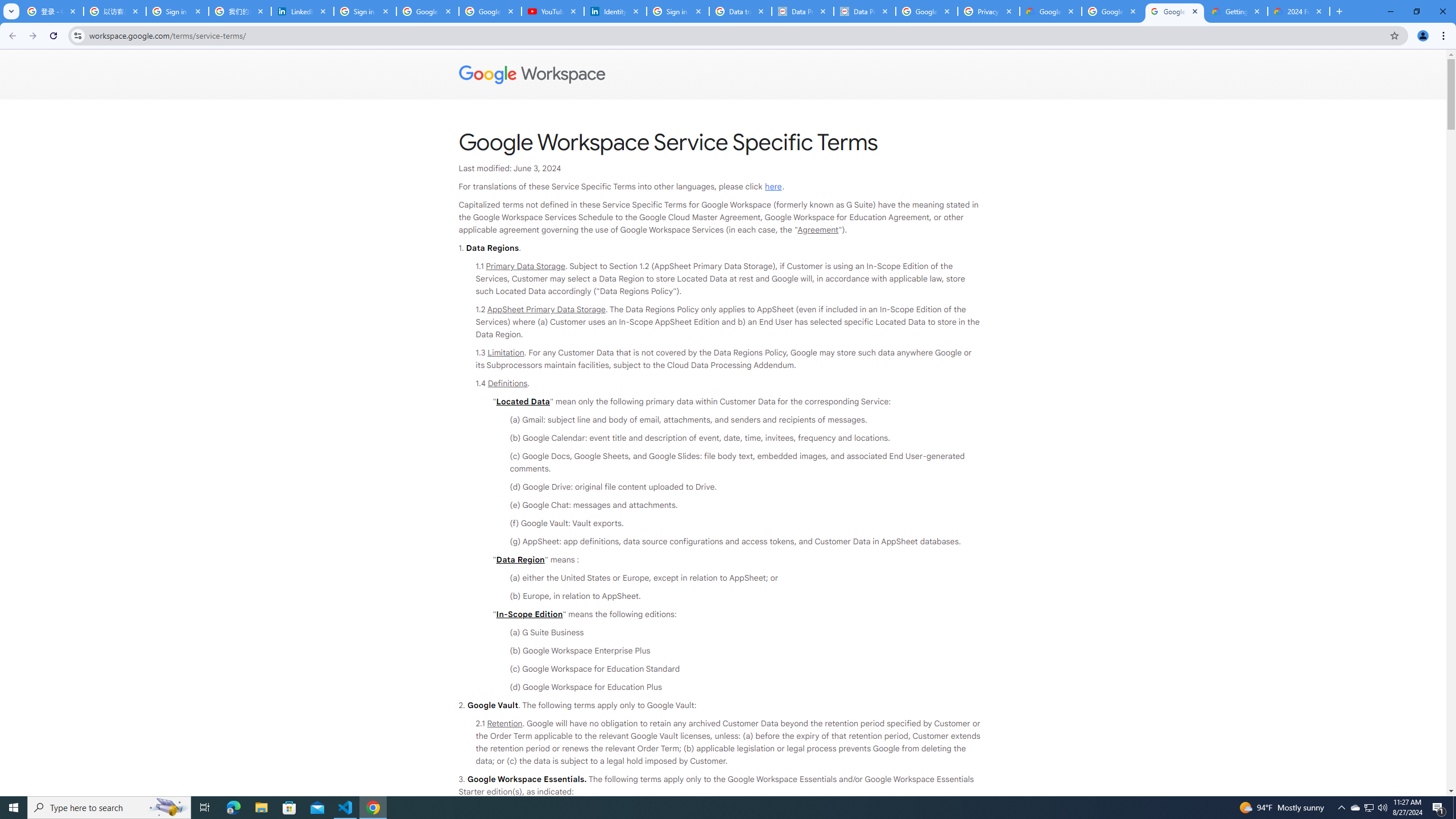 The height and width of the screenshot is (819, 1456). What do you see at coordinates (552, 11) in the screenshot?
I see `'YouTube'` at bounding box center [552, 11].